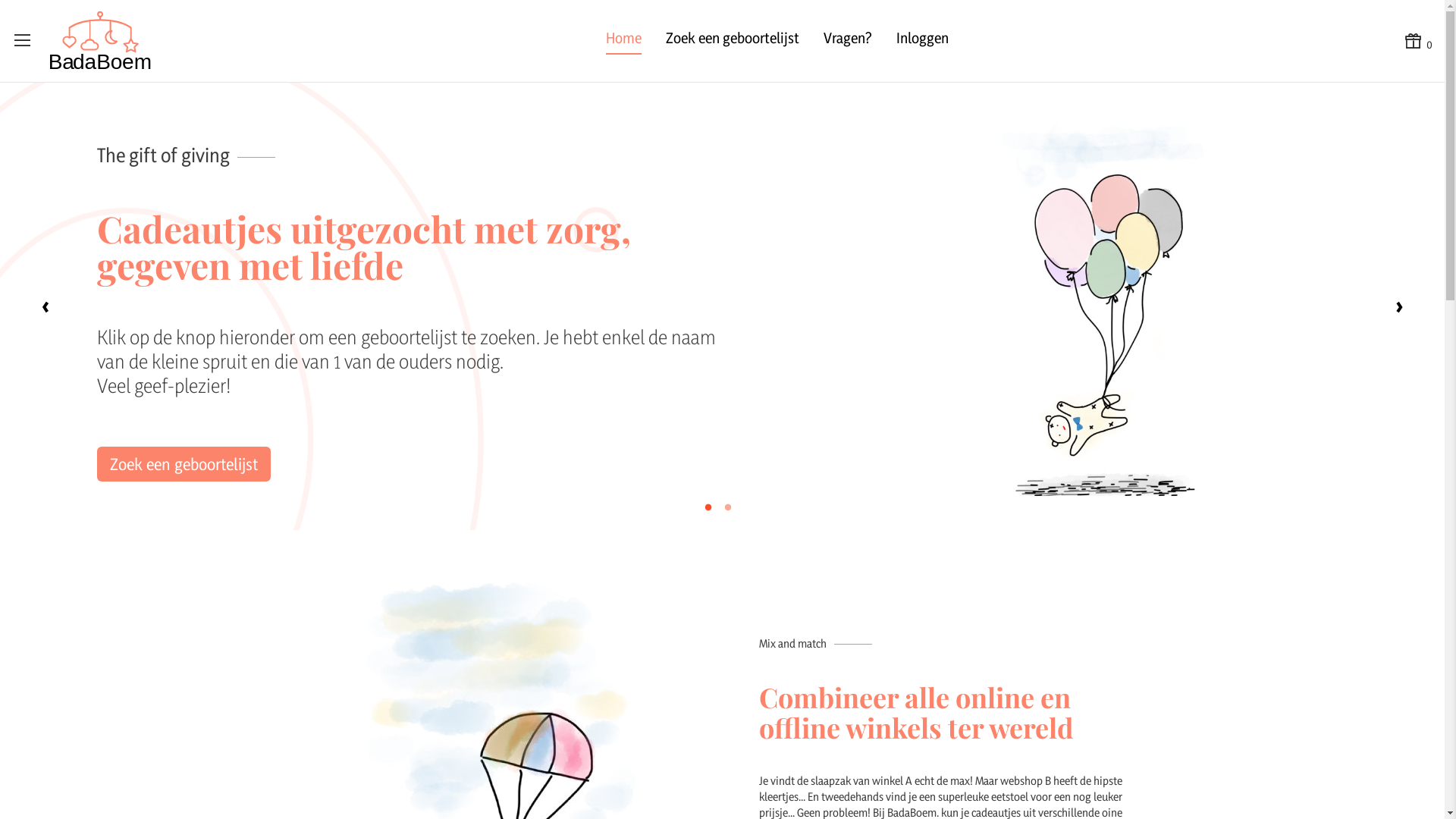 The width and height of the screenshot is (1456, 819). Describe the element at coordinates (604, 40) in the screenshot. I see `'Home'` at that location.